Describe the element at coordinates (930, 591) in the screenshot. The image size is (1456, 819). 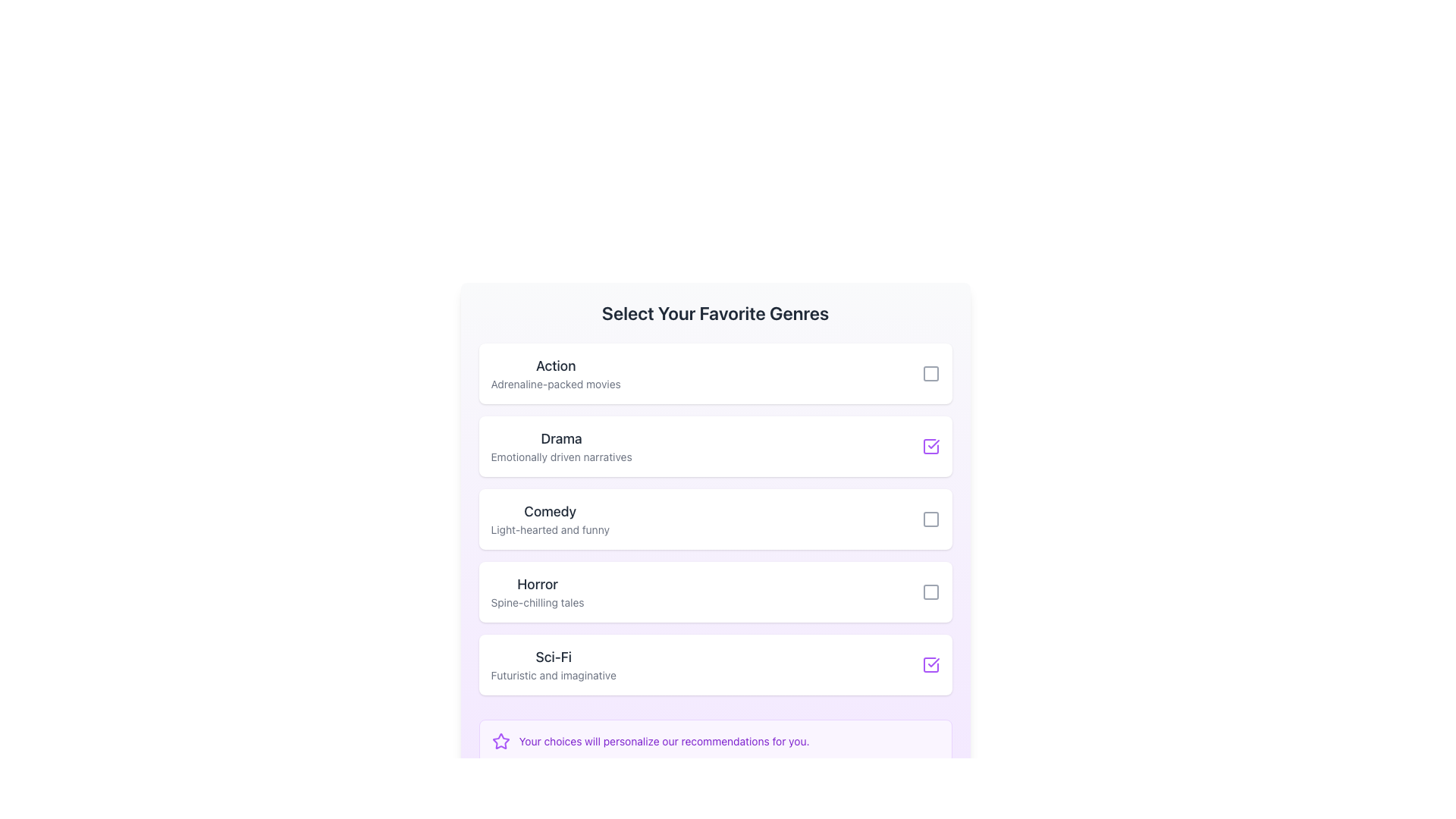
I see `the interactive checkbox for the 'Horror' genre located on the far-right section of the fourth card in the genre selection interface` at that location.